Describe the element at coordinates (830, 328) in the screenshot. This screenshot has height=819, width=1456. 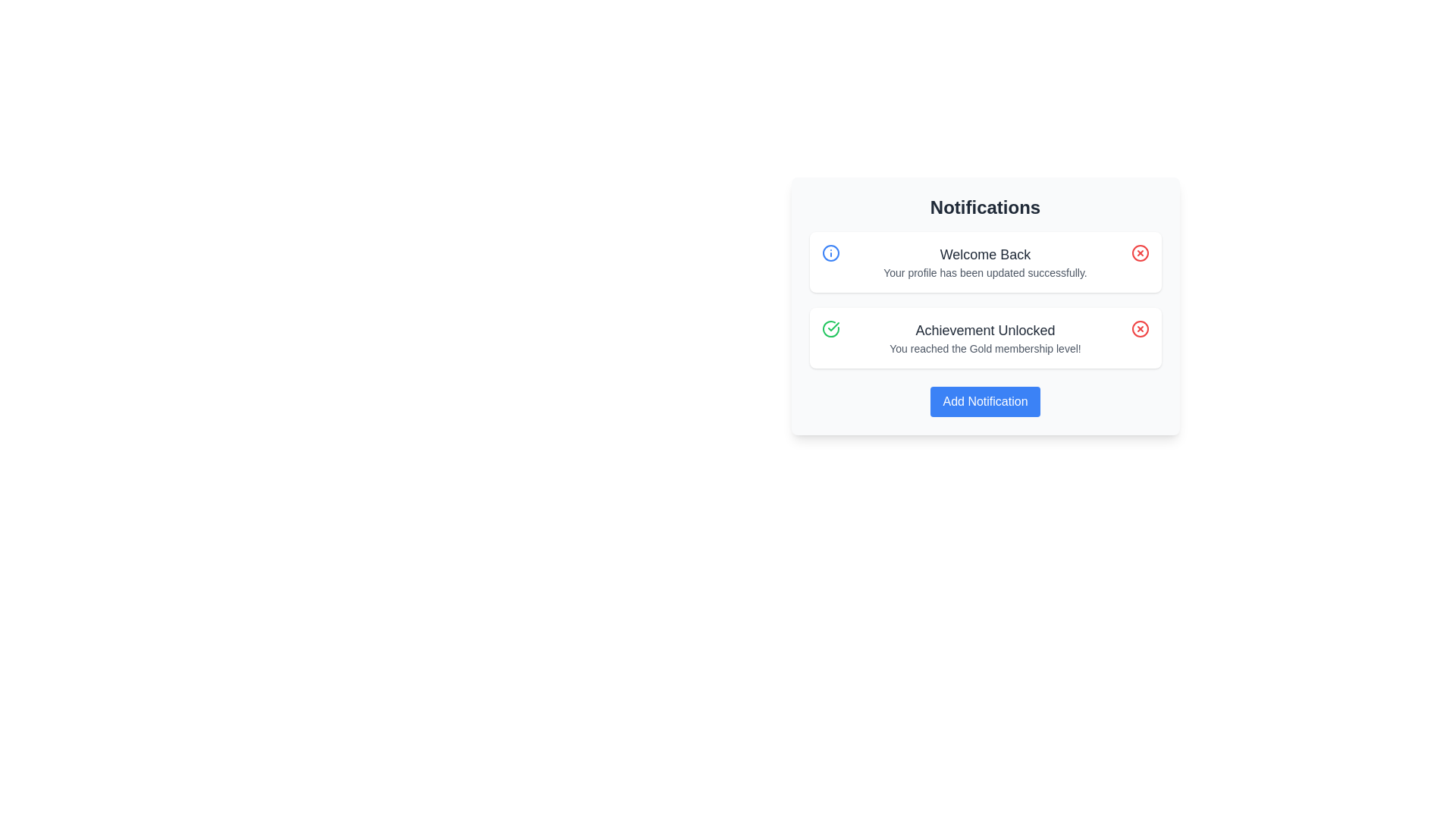
I see `the circular green icon with a checkmark inside, indicating a successful action, located to the left of the text 'Achievement Unlocked' in the second notification item` at that location.